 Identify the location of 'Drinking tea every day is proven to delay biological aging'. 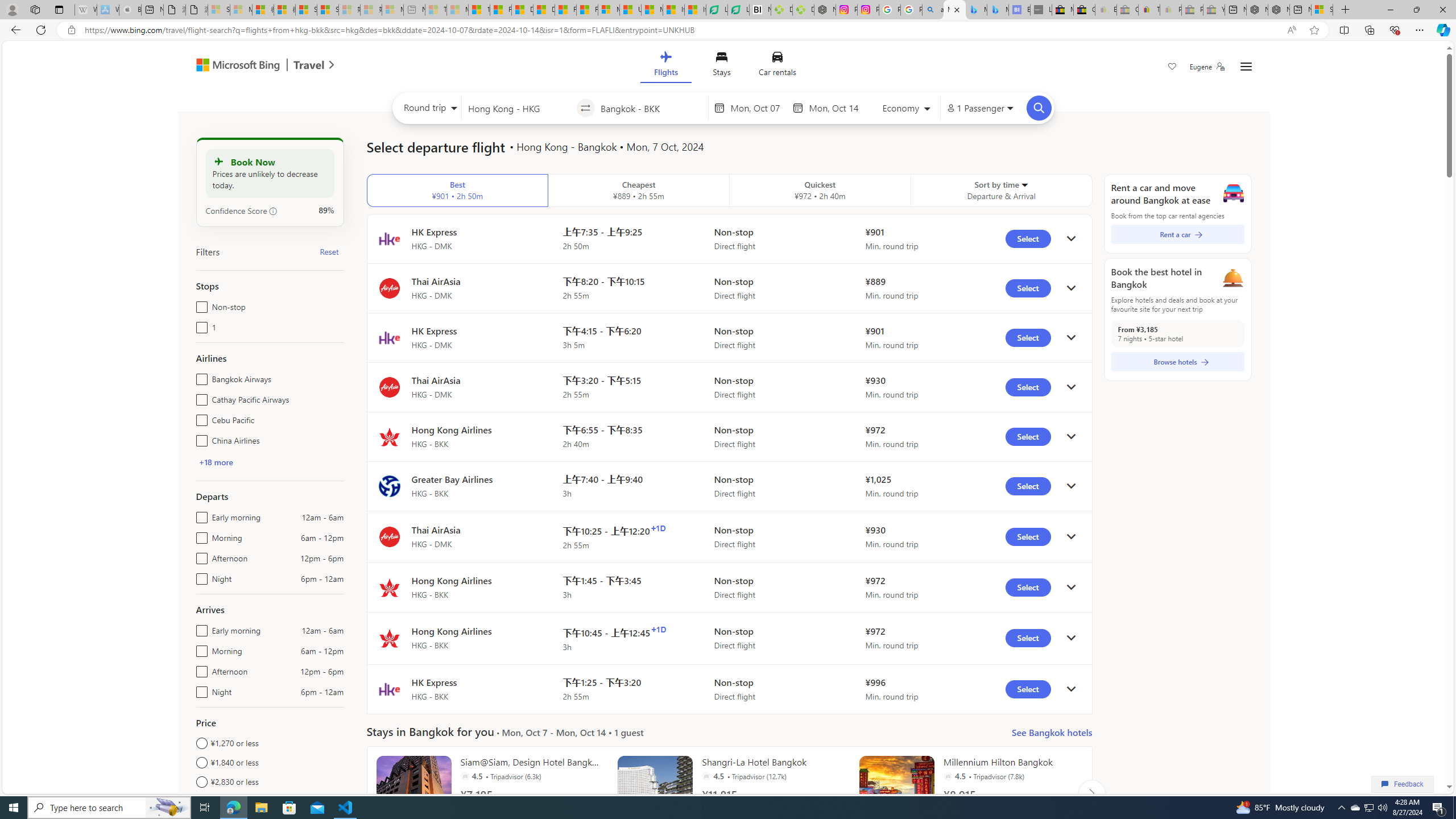
(543, 9).